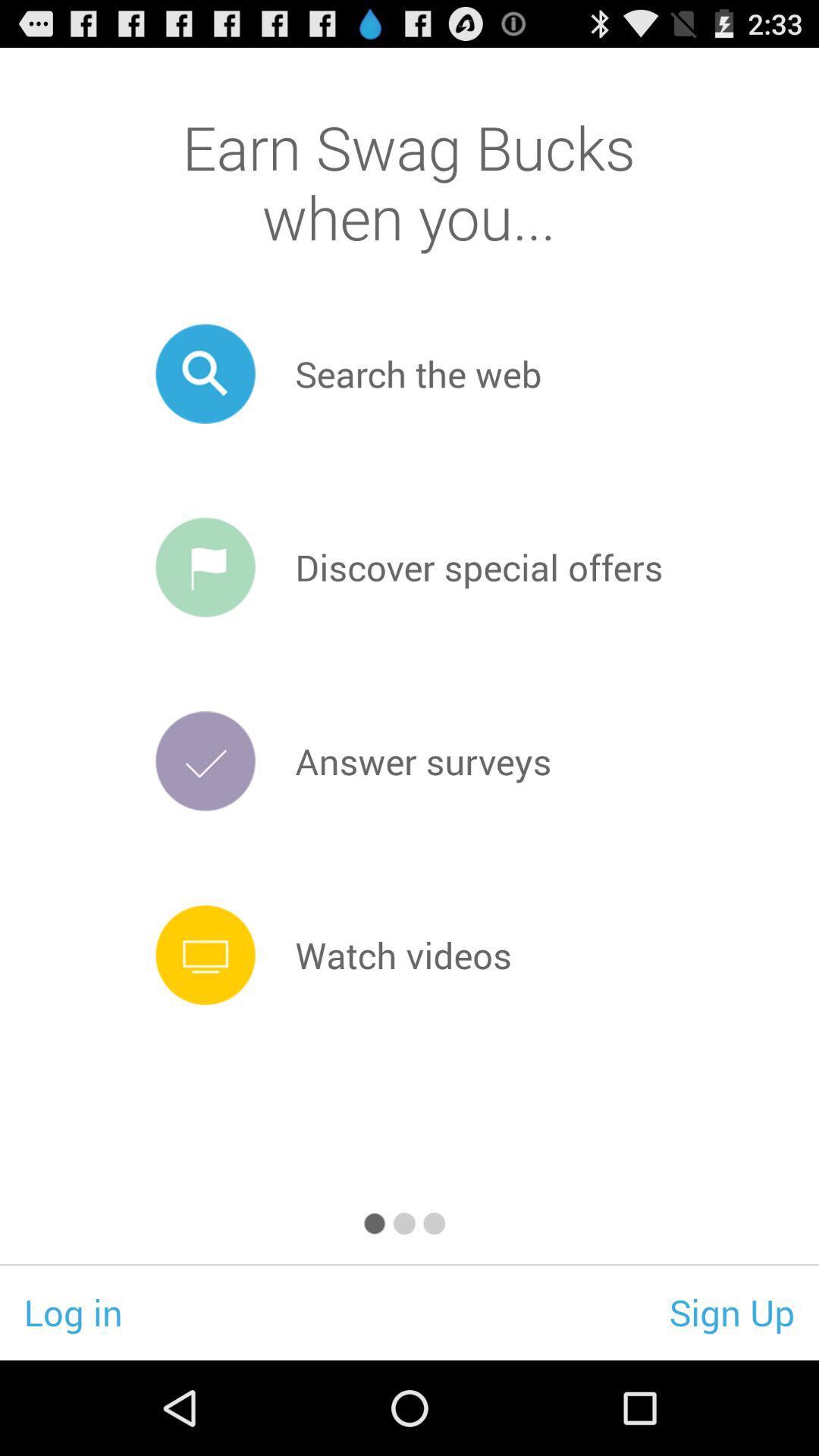 The height and width of the screenshot is (1456, 819). I want to click on the app at the bottom right corner, so click(731, 1311).